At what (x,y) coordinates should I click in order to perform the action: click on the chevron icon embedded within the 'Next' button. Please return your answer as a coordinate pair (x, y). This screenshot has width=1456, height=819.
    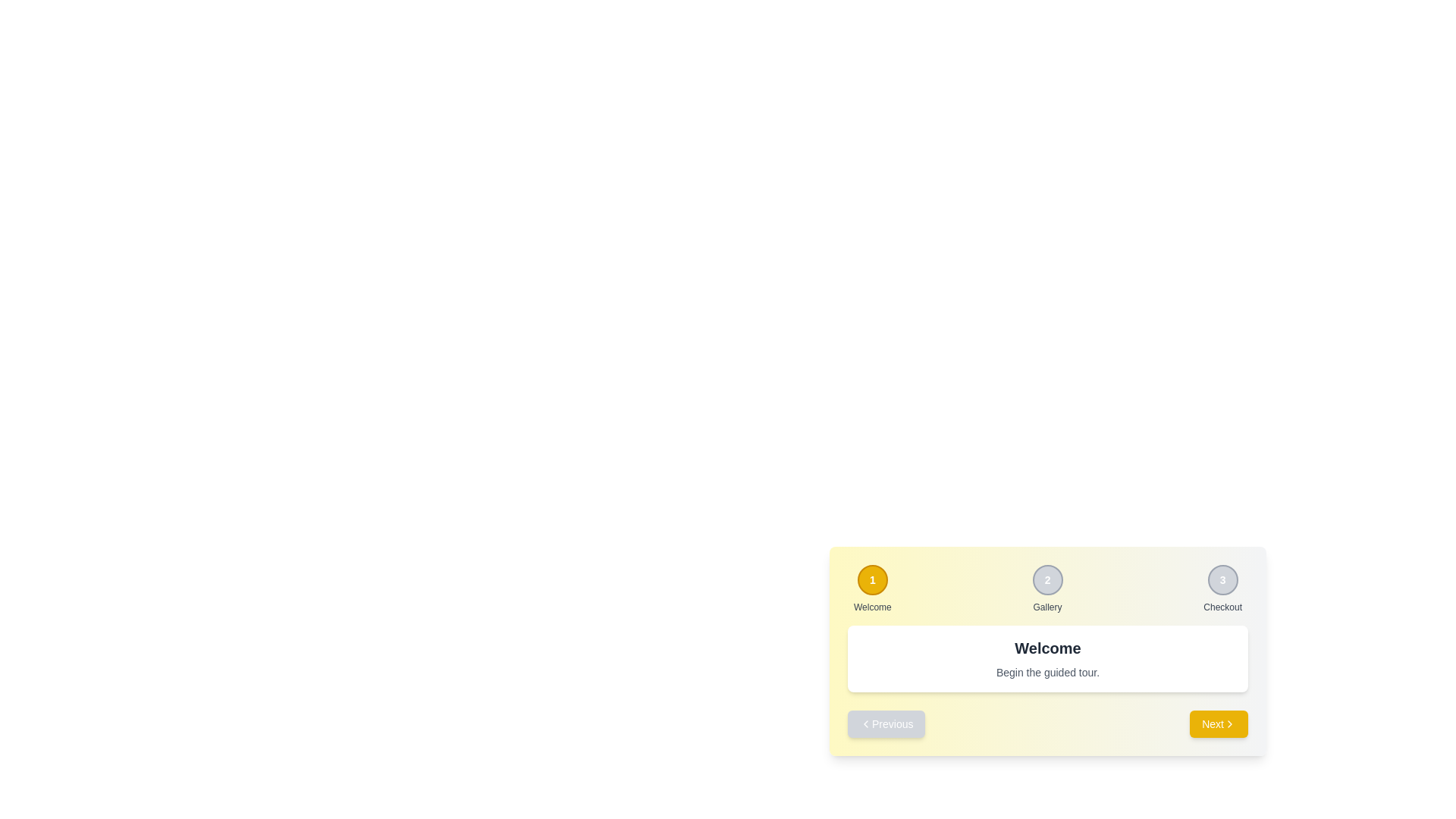
    Looking at the image, I should click on (1230, 723).